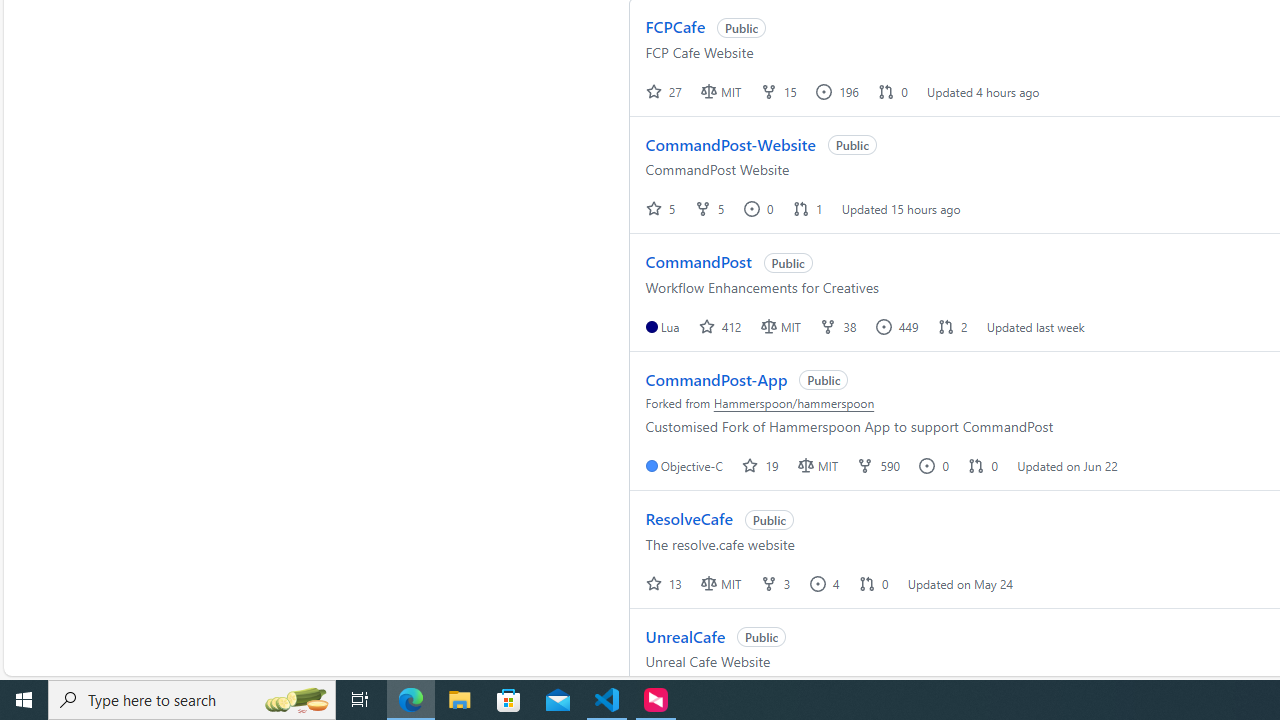 This screenshot has width=1280, height=720. I want to click on ' 449 ', so click(897, 325).